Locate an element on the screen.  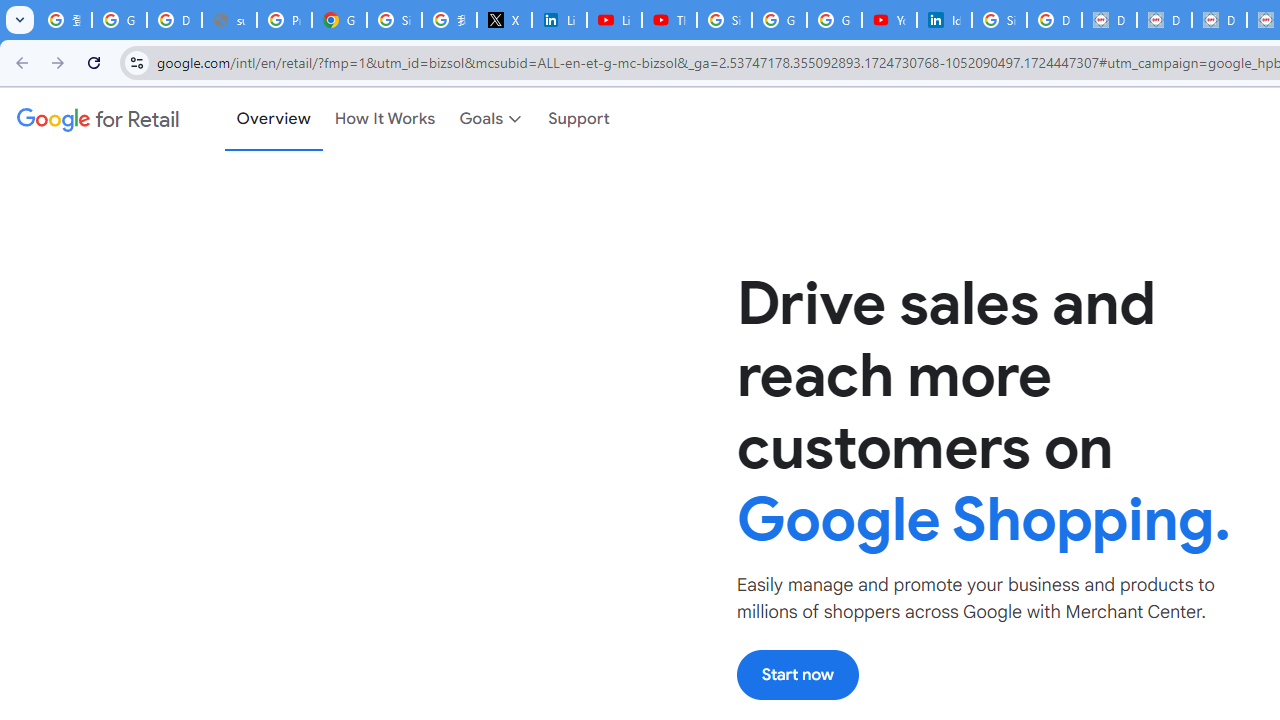
'Privacy Help Center - Policies Help' is located at coordinates (283, 20).